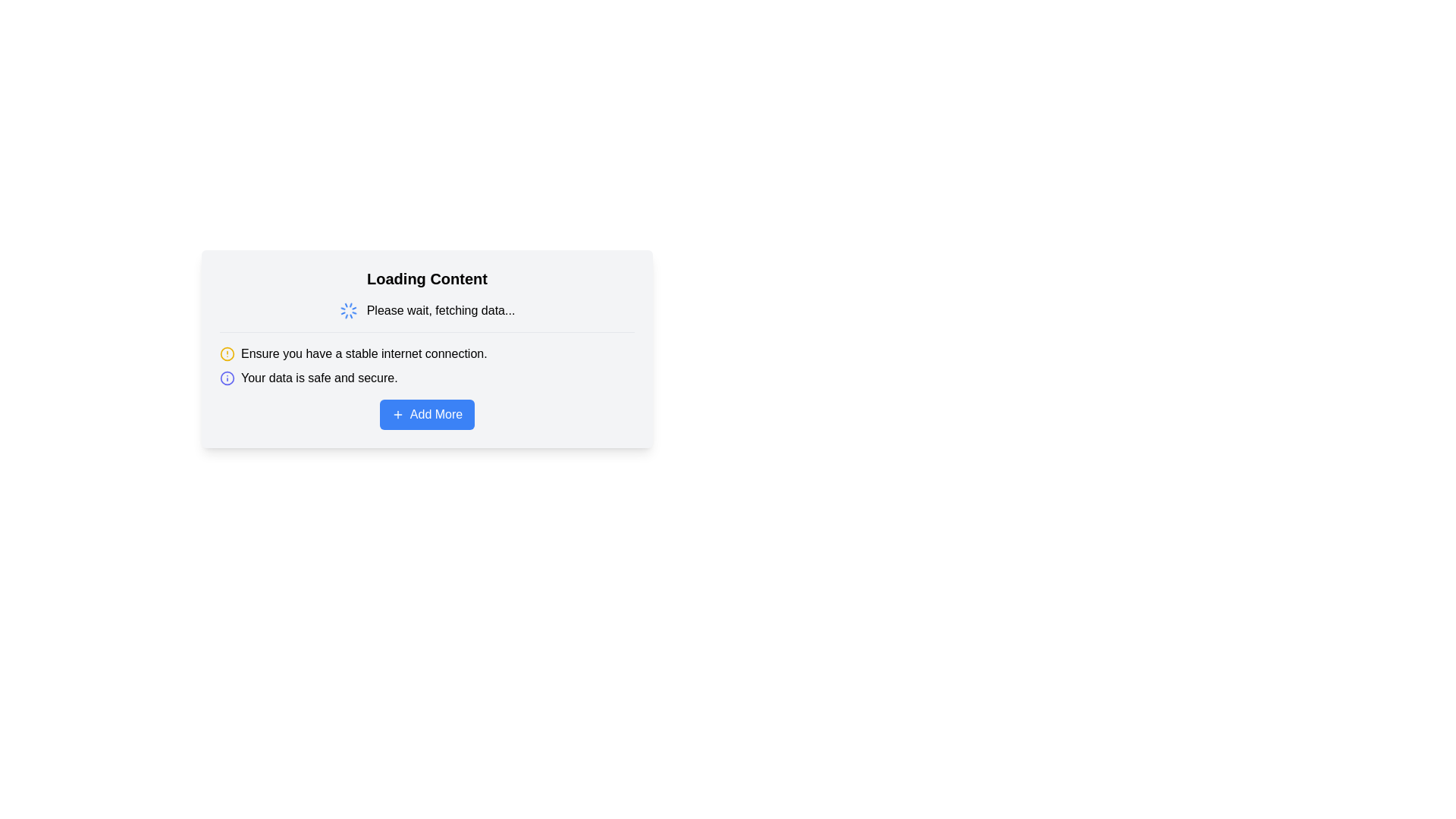  I want to click on the 'Add More' button located at the bottom of the centered modal box, so click(426, 415).